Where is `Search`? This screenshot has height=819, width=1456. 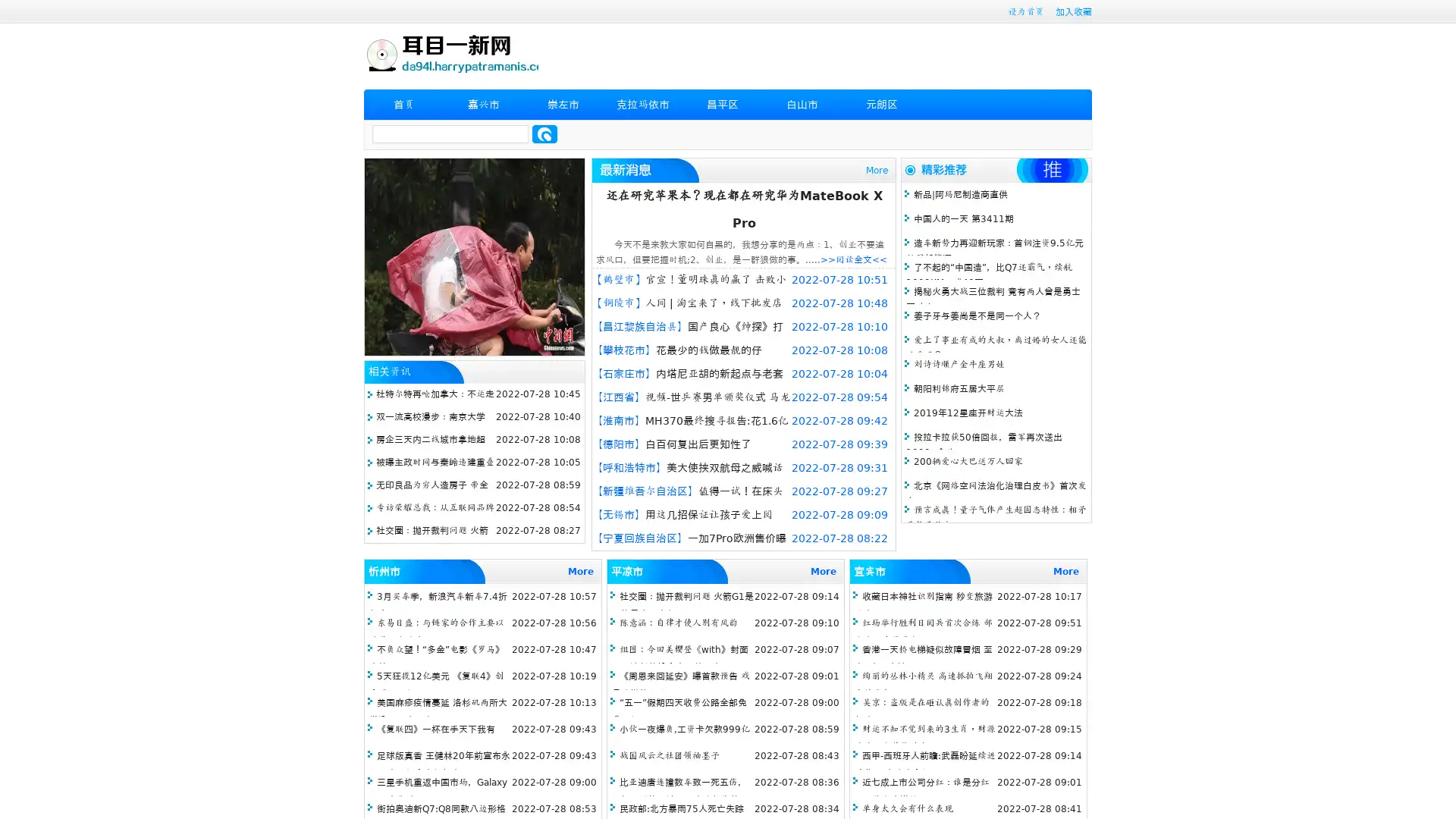
Search is located at coordinates (544, 133).